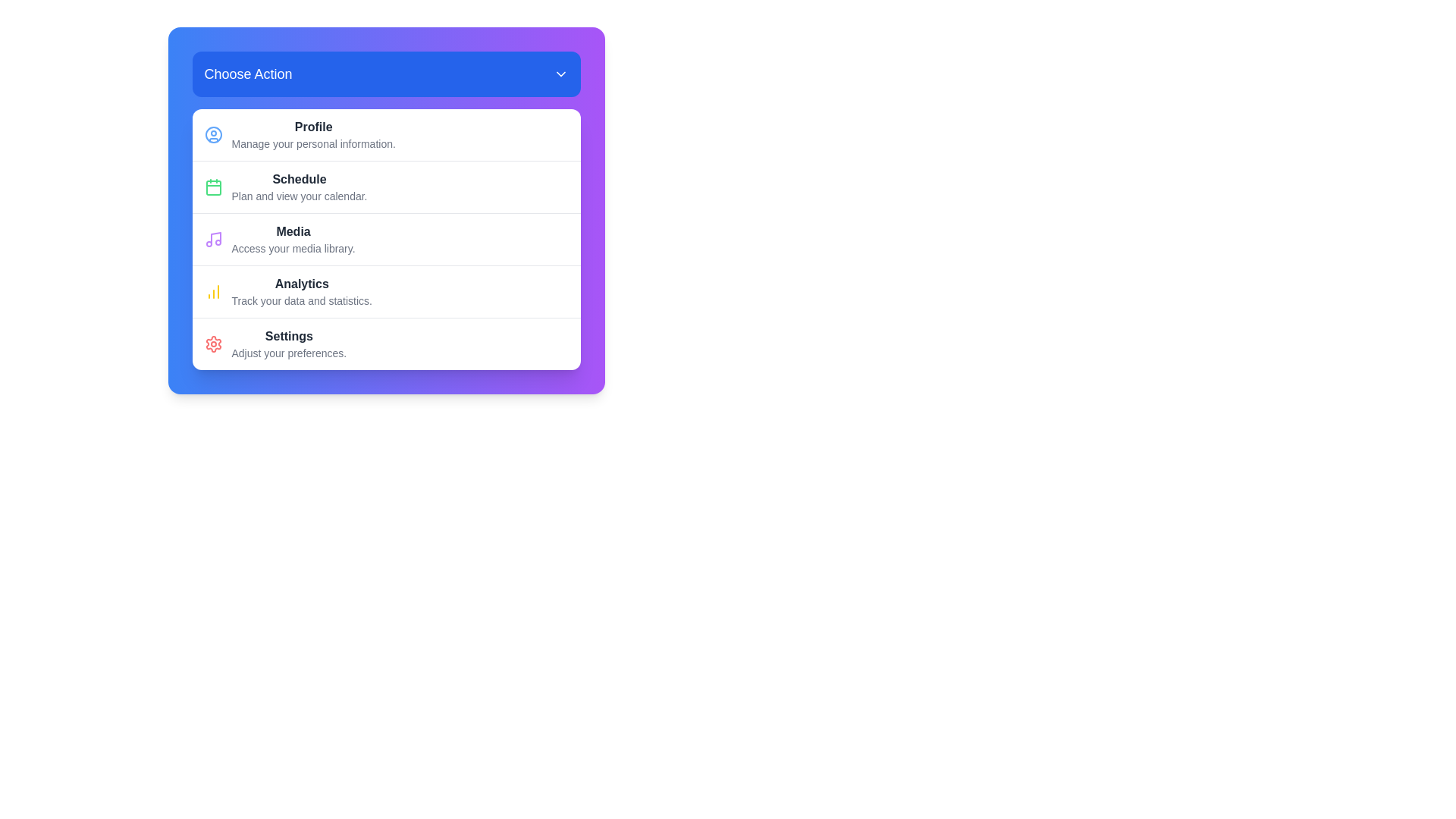  Describe the element at coordinates (212, 133) in the screenshot. I see `the 'Profile' icon located at the first position on the left in the 'Profile' section of the menu` at that location.